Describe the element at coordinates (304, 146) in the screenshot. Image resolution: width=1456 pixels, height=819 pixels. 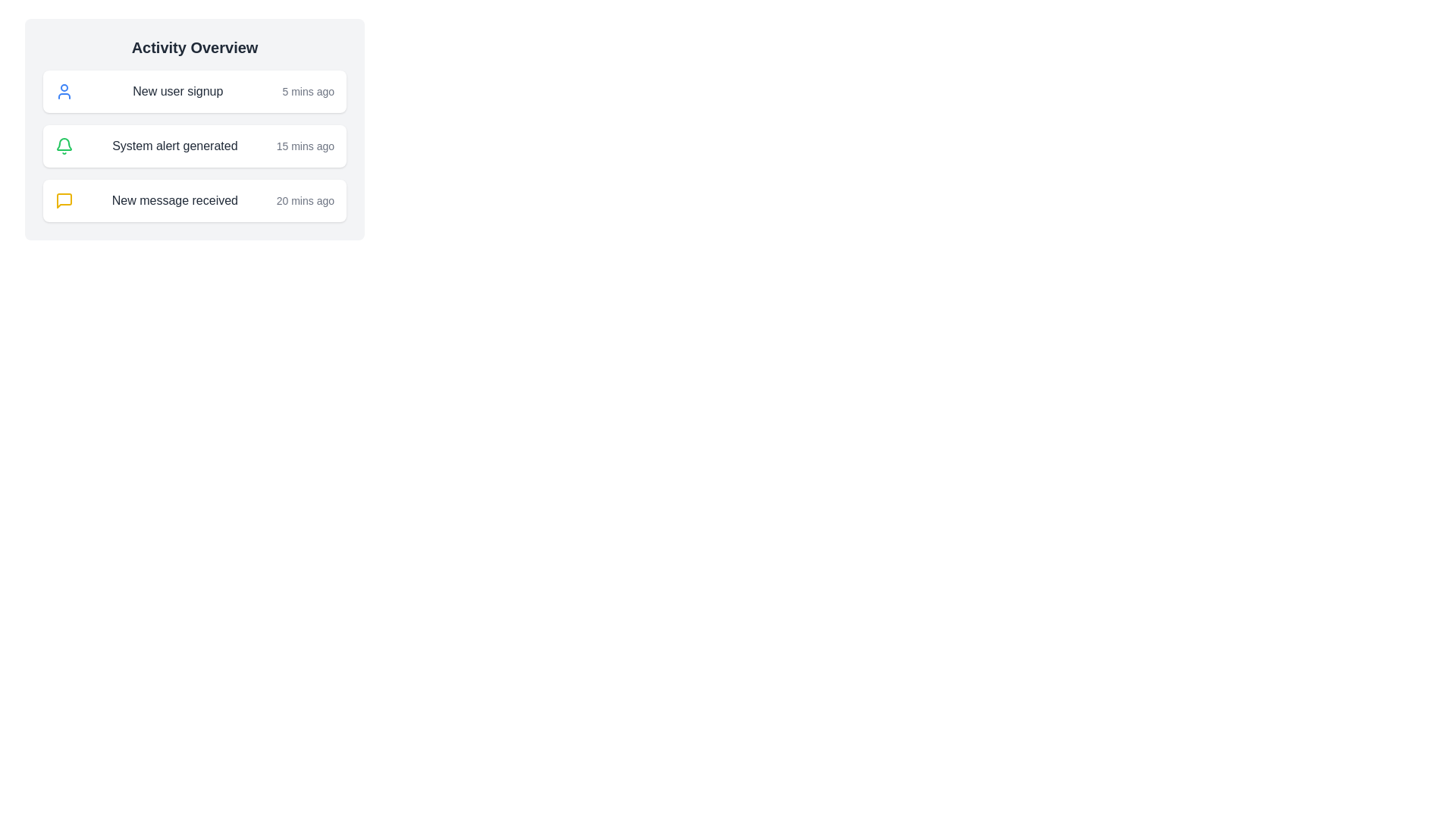
I see `the text label displaying '15 mins ago', which is a light gray timestamp indicating a duration, positioned to the far right of the 'System alert generated' phrase` at that location.